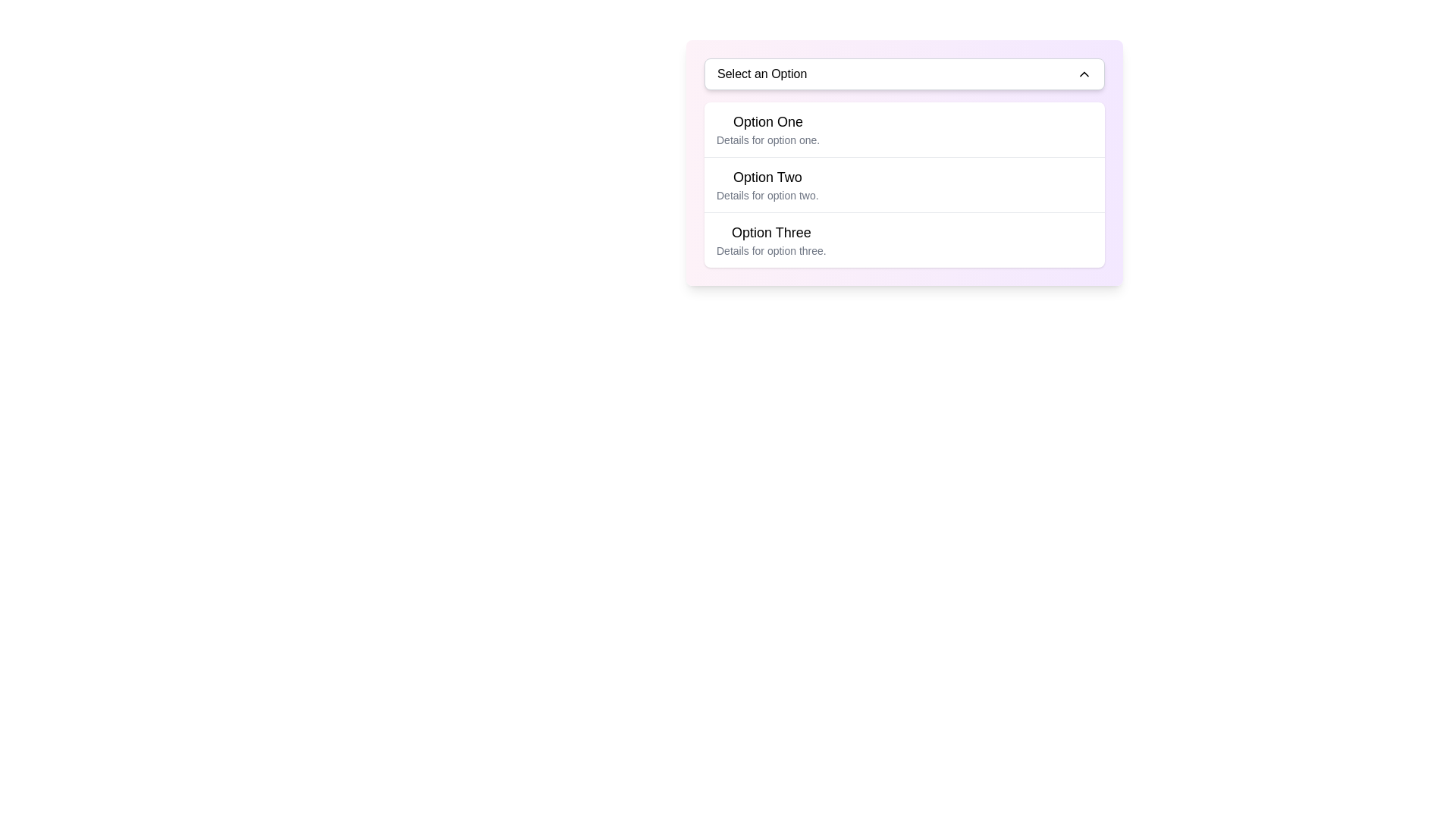 The height and width of the screenshot is (819, 1456). What do you see at coordinates (767, 195) in the screenshot?
I see `the descriptive text label located below 'Option Two' and above 'Option Three' in the dropdown menu` at bounding box center [767, 195].